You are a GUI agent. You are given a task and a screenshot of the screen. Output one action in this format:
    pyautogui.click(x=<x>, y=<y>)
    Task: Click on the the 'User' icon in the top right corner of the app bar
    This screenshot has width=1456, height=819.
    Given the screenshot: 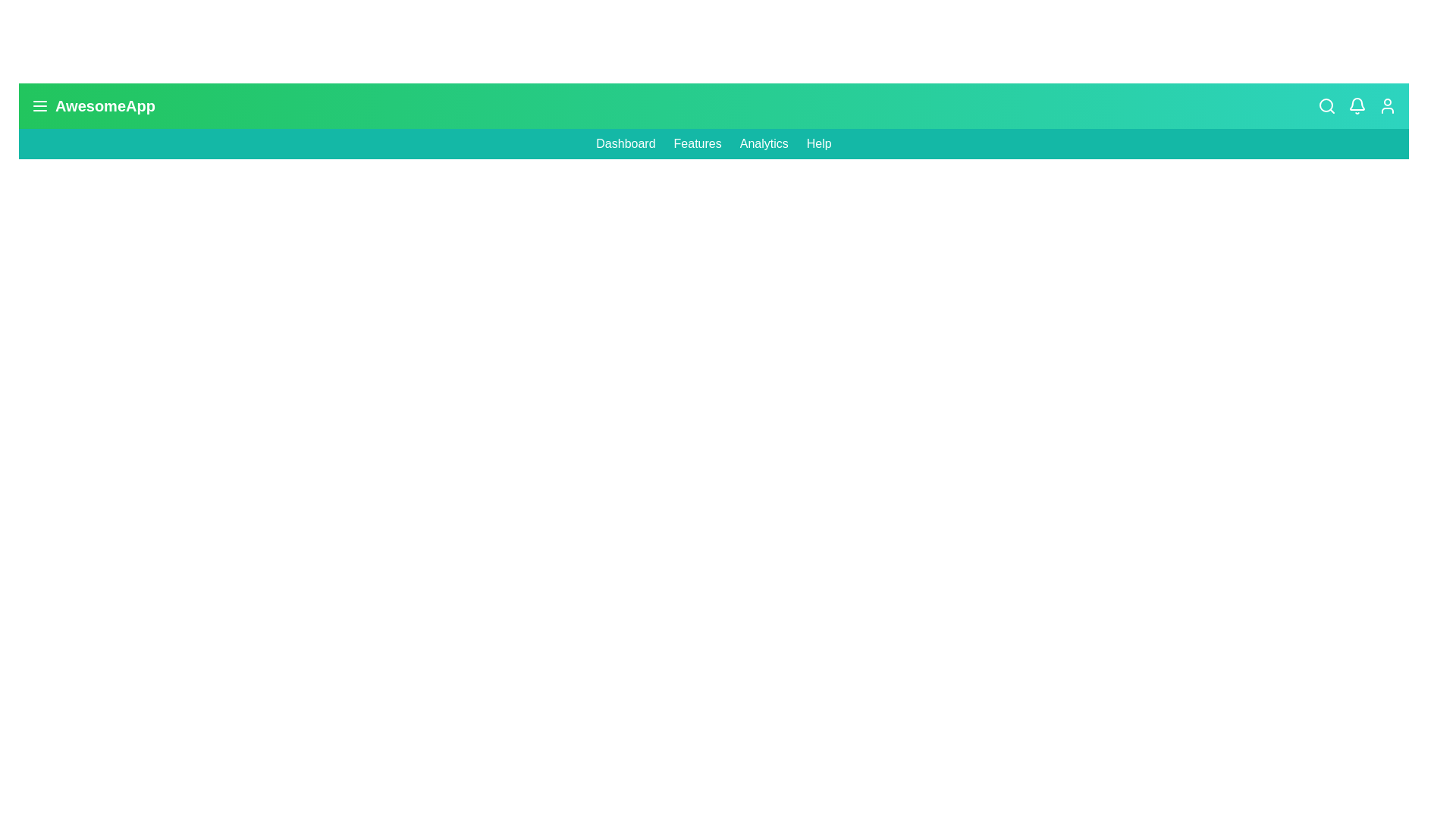 What is the action you would take?
    pyautogui.click(x=1387, y=105)
    